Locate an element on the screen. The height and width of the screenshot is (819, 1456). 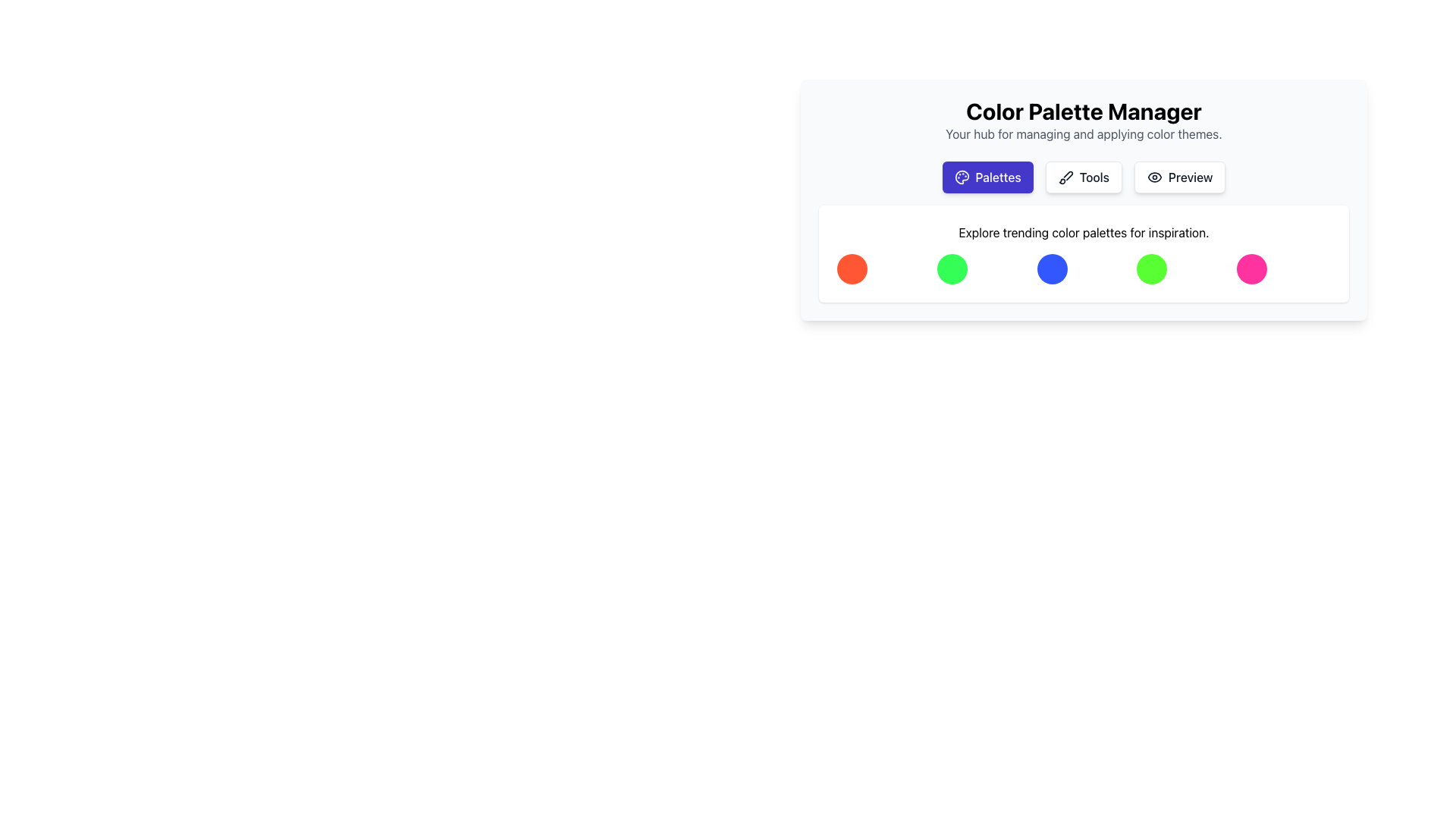
the vibrant green circle-shaped color marker, which is the second item in a line of five circles is located at coordinates (951, 268).